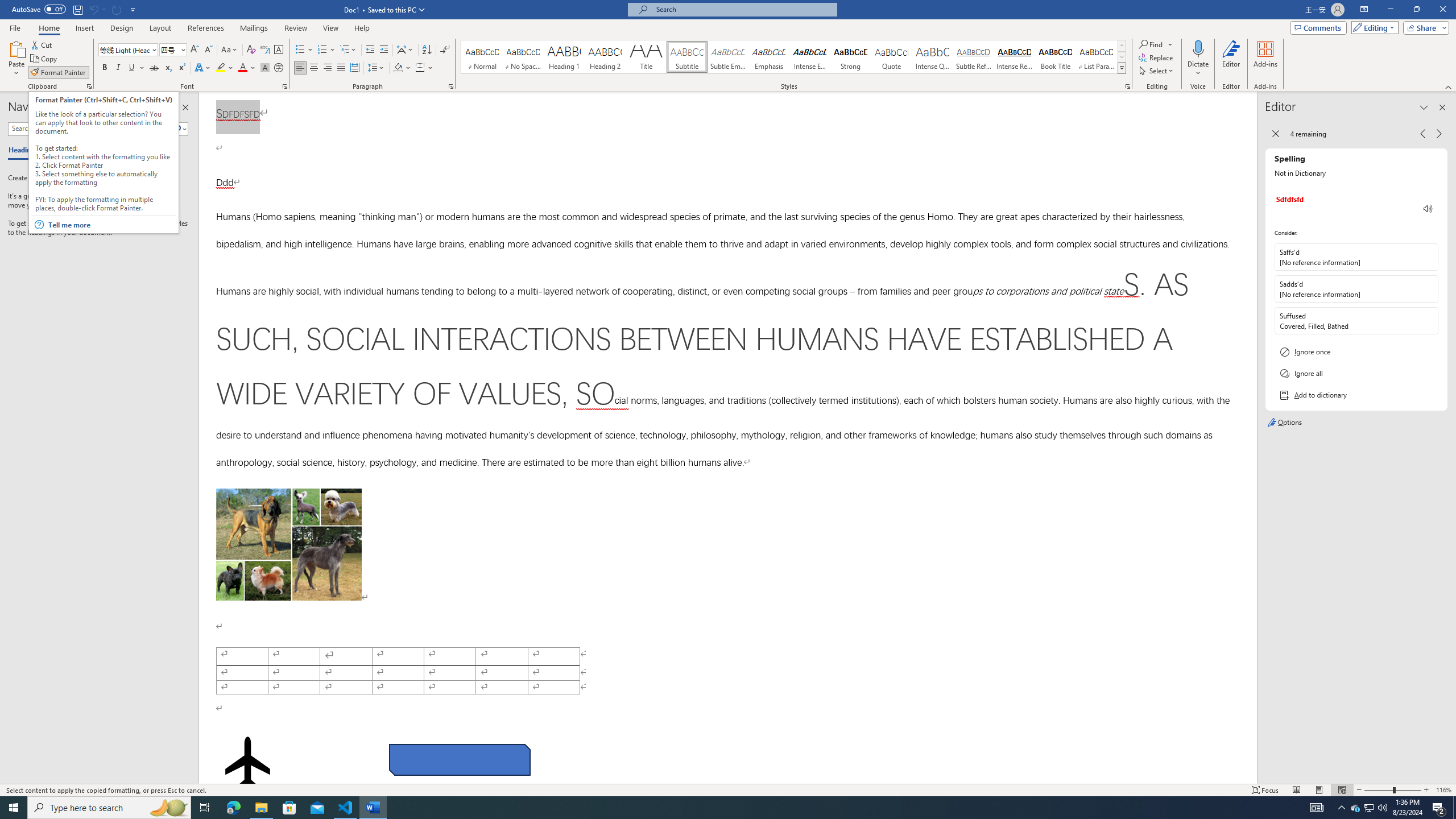 The image size is (1456, 819). What do you see at coordinates (1342, 790) in the screenshot?
I see `'Web Layout'` at bounding box center [1342, 790].